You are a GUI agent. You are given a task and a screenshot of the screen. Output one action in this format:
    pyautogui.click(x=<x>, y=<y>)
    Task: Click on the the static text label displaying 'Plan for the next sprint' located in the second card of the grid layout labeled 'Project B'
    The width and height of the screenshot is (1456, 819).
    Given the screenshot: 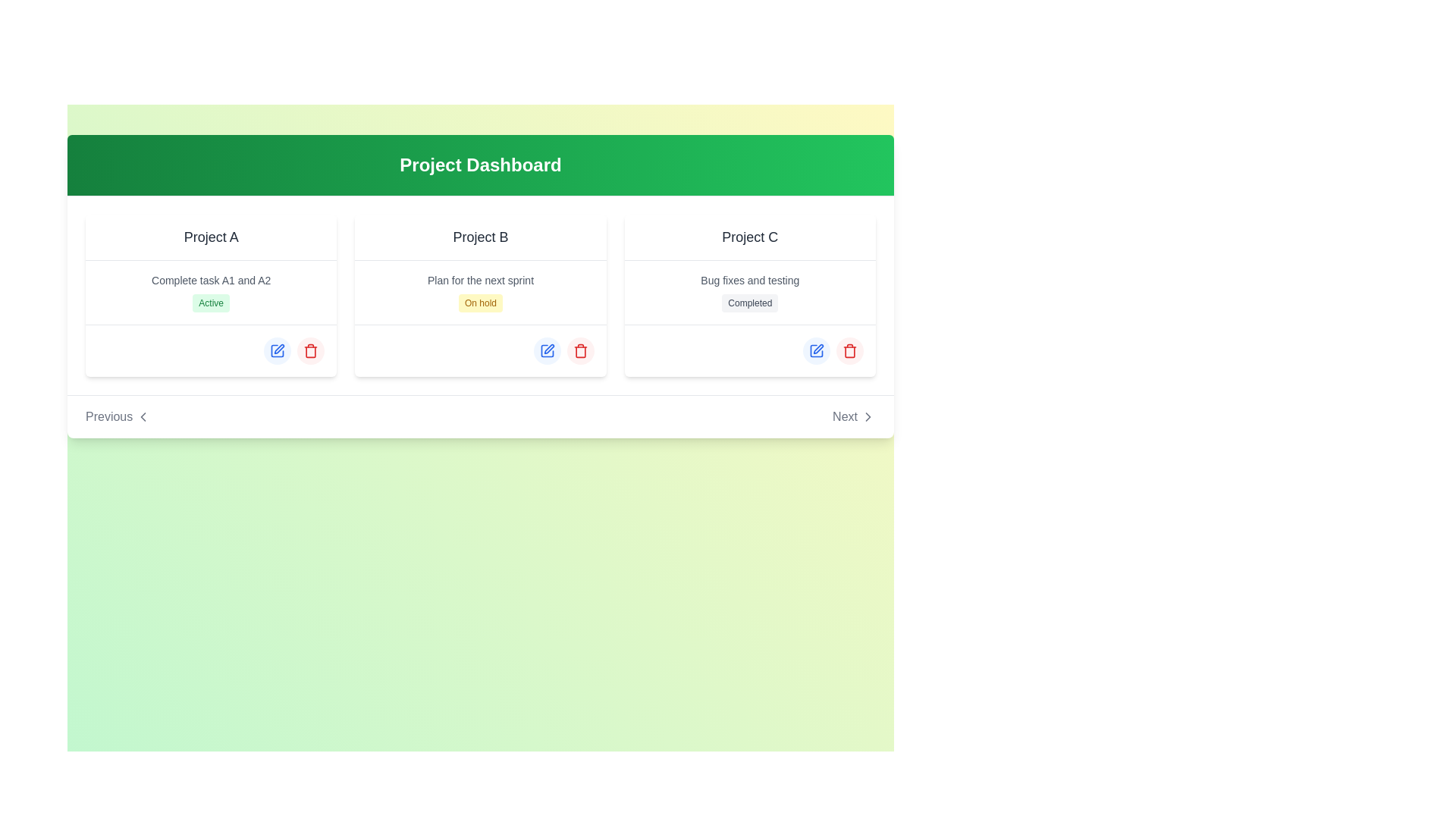 What is the action you would take?
    pyautogui.click(x=479, y=281)
    